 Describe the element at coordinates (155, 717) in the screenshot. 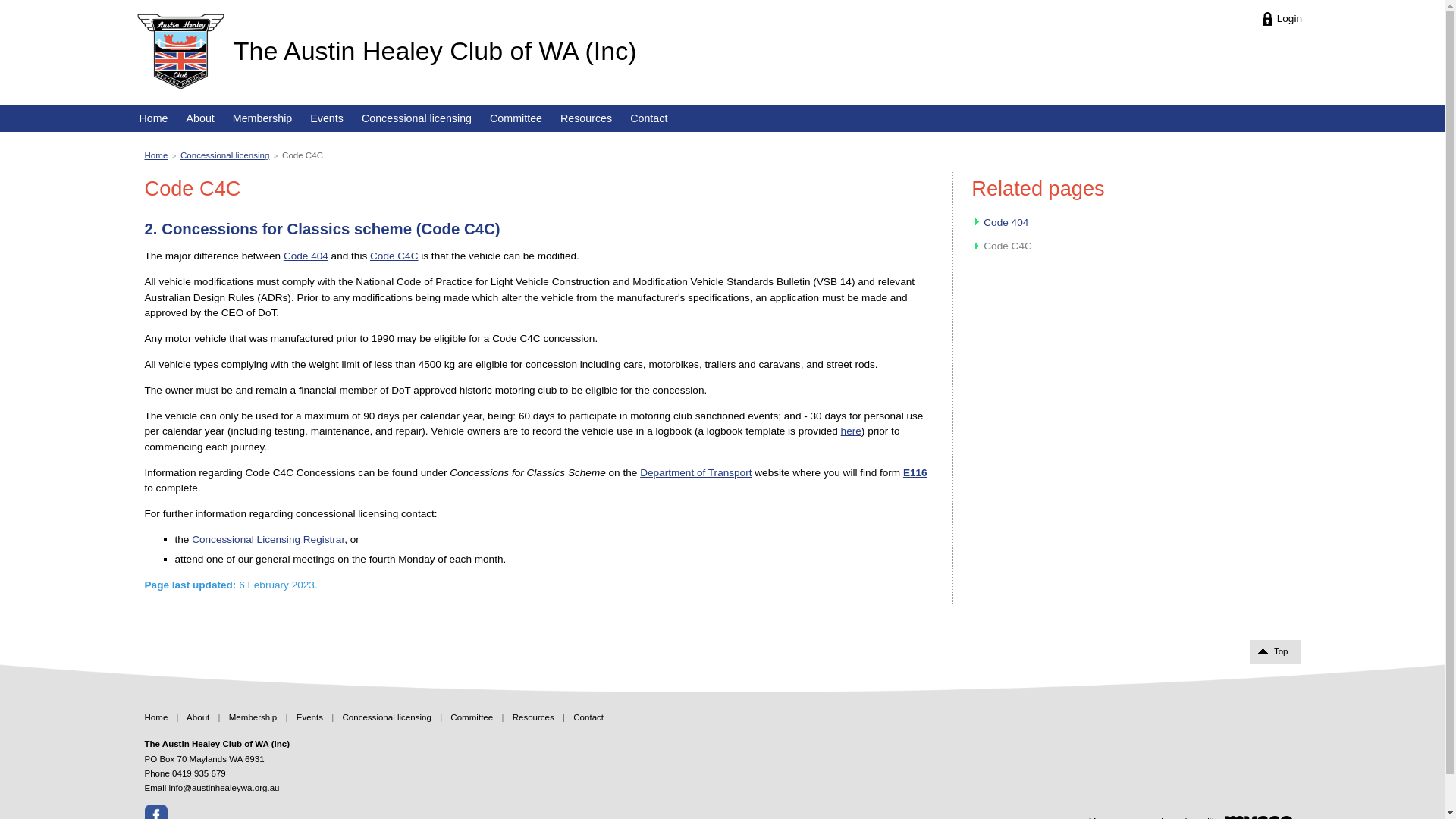

I see `'Home'` at that location.